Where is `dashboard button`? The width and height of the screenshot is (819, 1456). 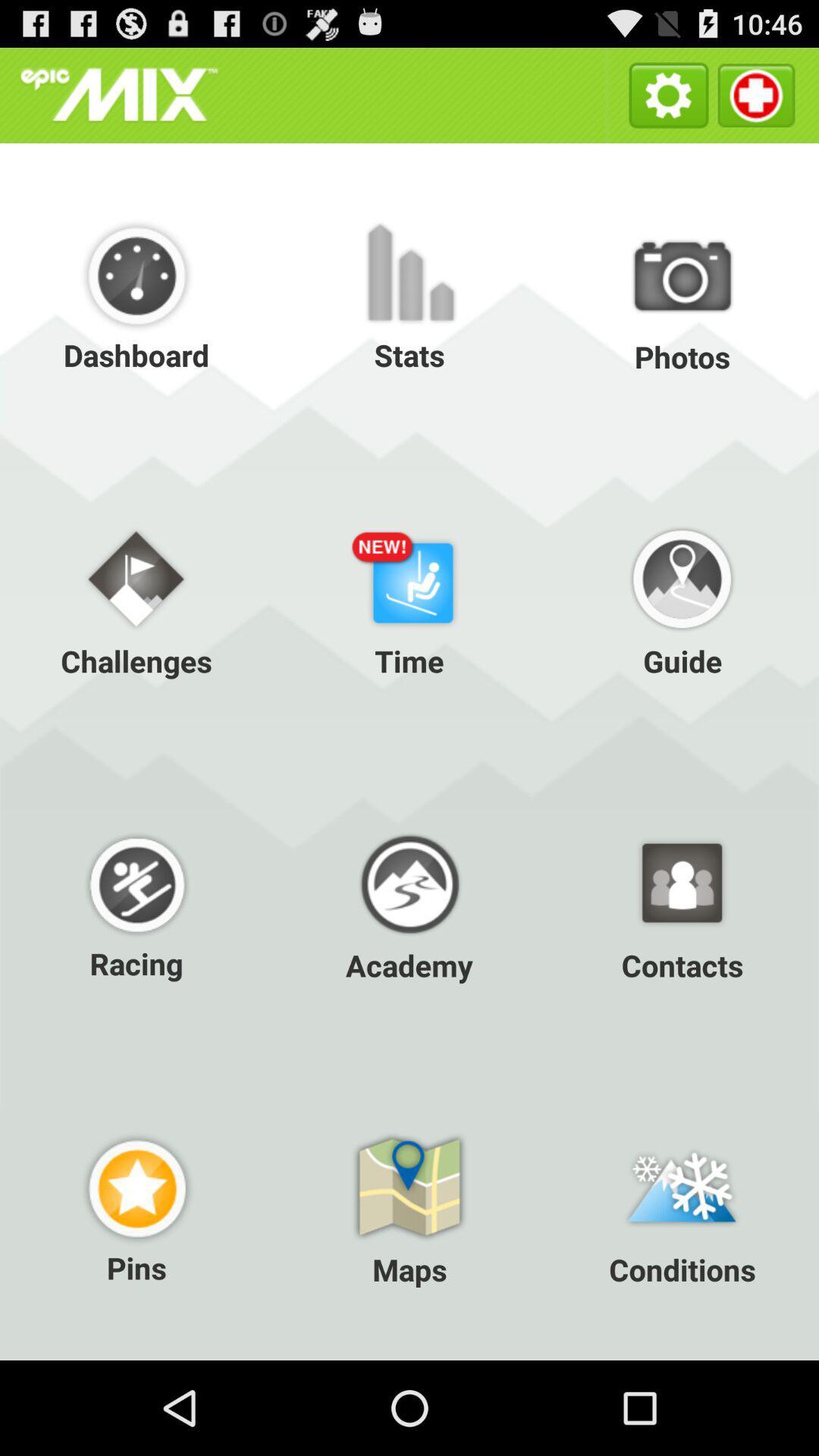 dashboard button is located at coordinates (136, 295).